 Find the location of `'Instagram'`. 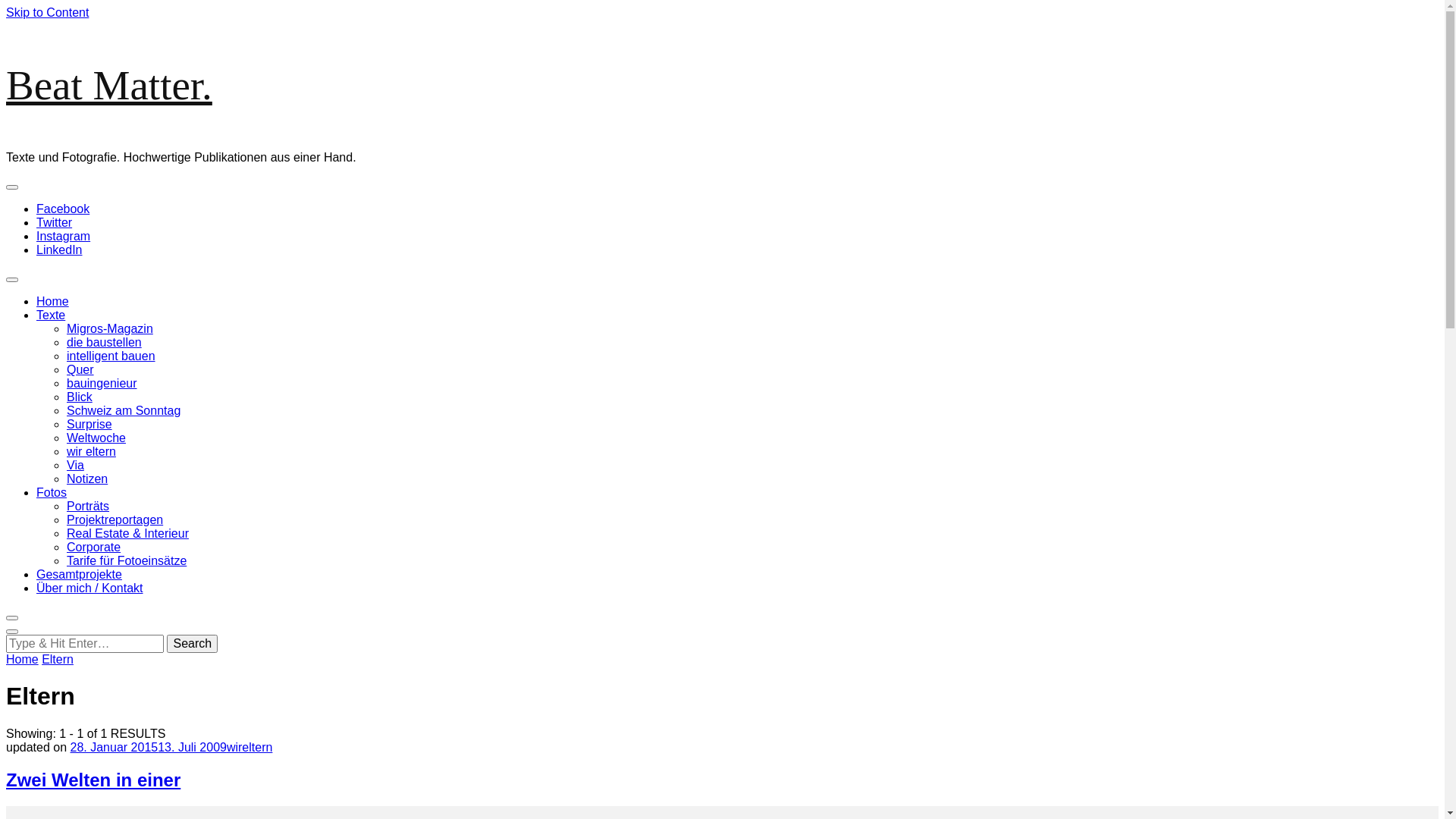

'Instagram' is located at coordinates (36, 236).